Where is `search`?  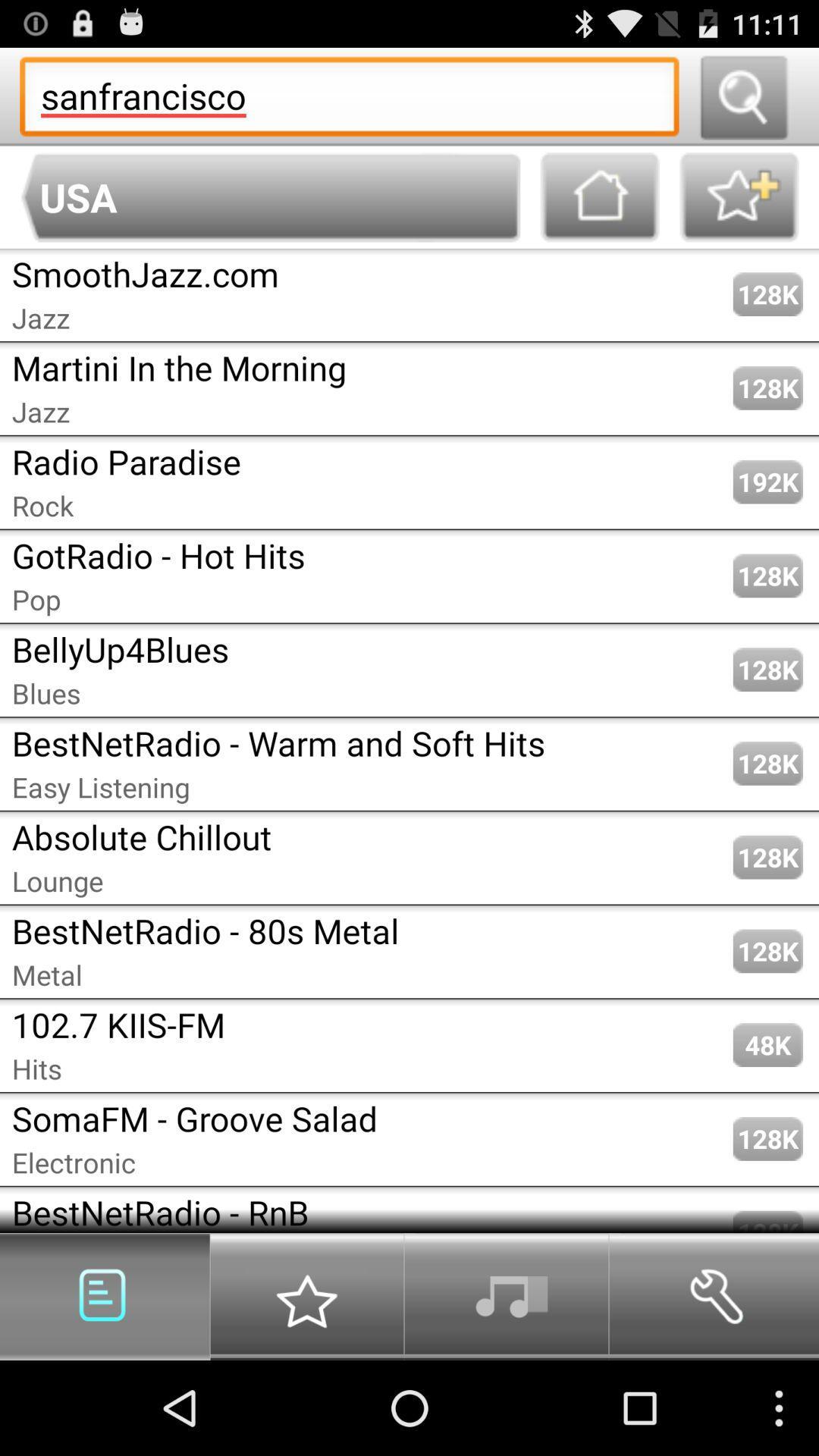 search is located at coordinates (742, 96).